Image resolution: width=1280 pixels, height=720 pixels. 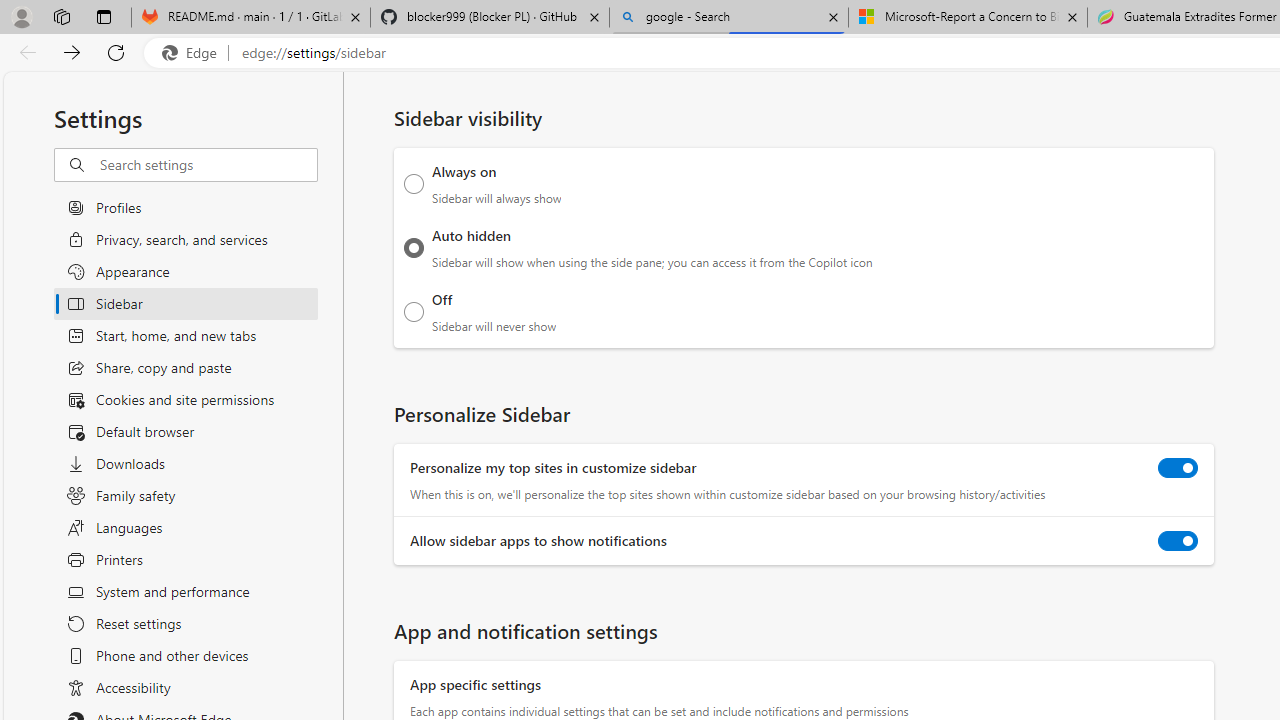 I want to click on 'Off Sidebar will never show', so click(x=413, y=311).